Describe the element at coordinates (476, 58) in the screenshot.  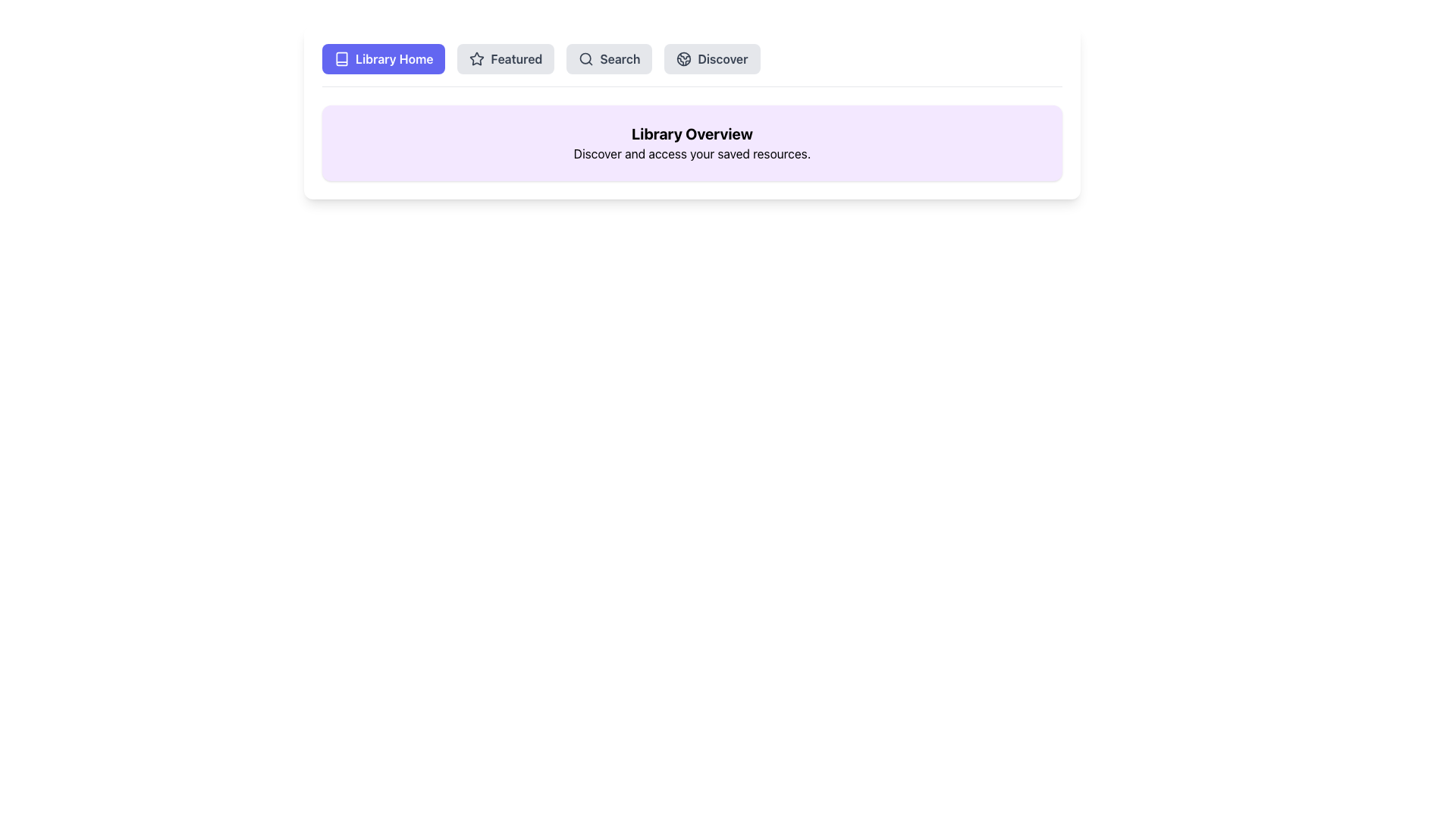
I see `the featured or favorite icon located in the top navigation bar, positioned second from the left, next to the Library Home and Search icons` at that location.